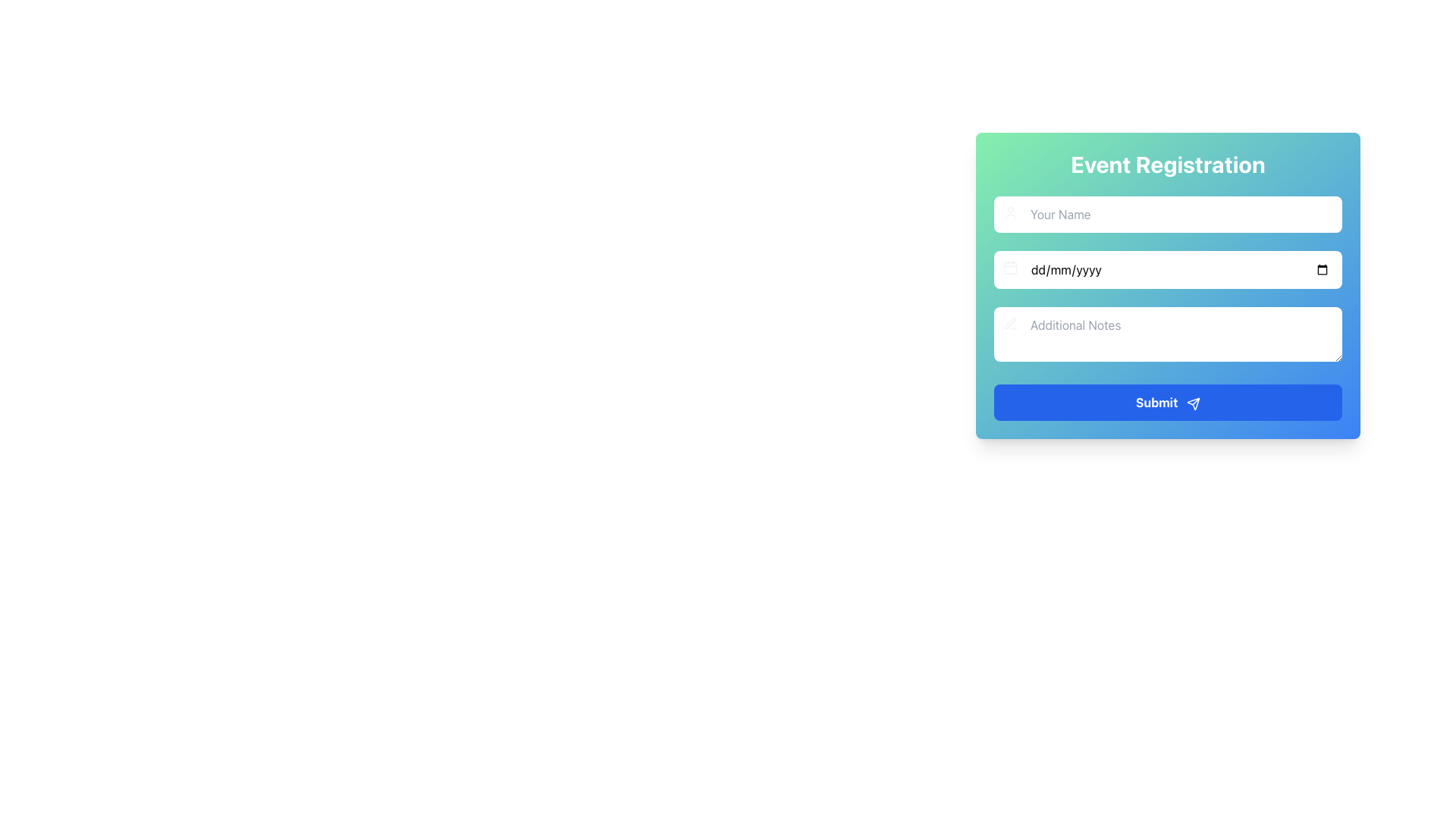  What do you see at coordinates (1193, 403) in the screenshot?
I see `the paper plane icon located at the right end of the 'Submit' button, which is styled in white lines with a transparent fill` at bounding box center [1193, 403].